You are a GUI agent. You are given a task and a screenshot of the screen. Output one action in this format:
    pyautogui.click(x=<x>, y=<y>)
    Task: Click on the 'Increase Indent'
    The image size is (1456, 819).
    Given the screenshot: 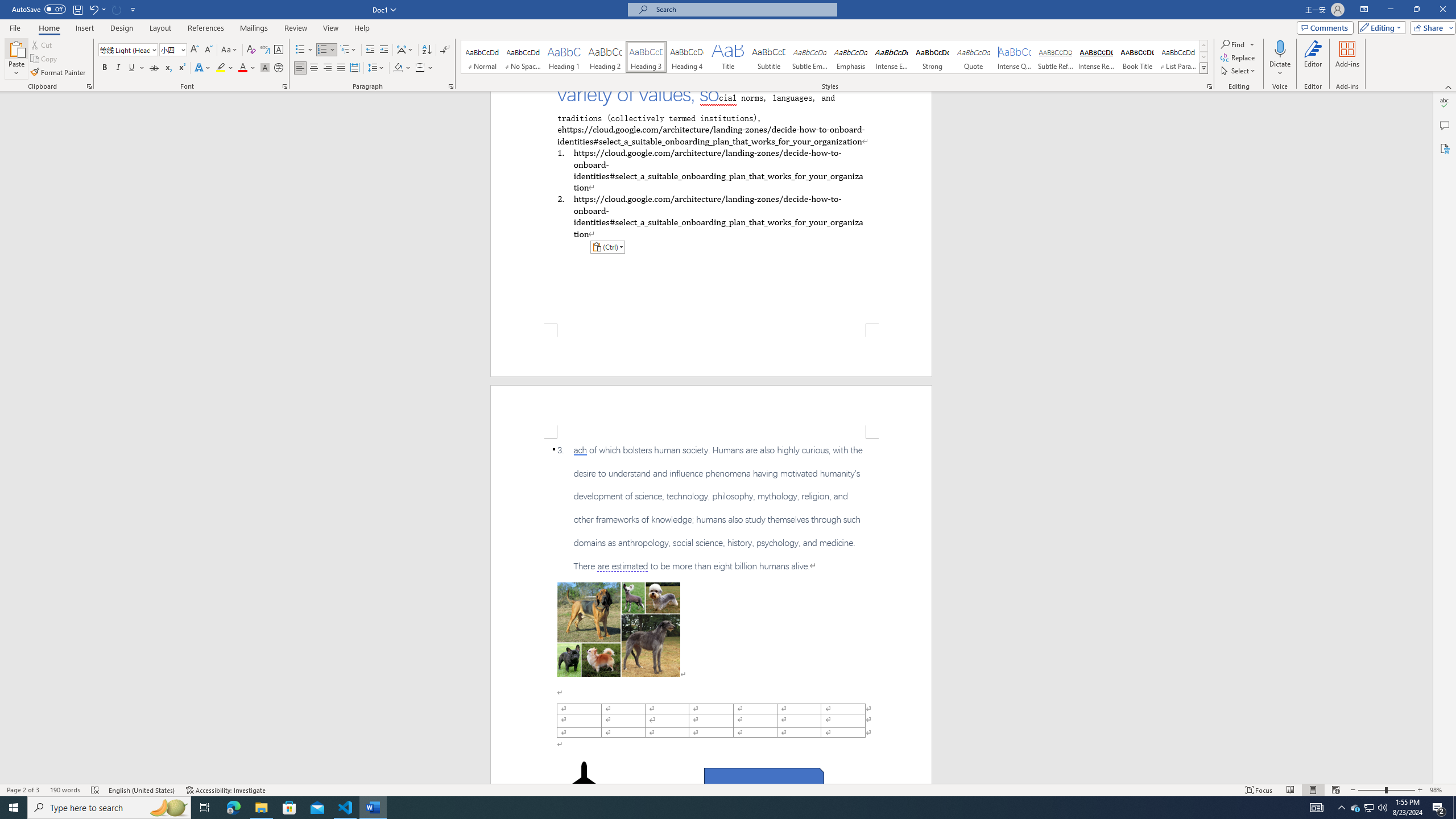 What is the action you would take?
    pyautogui.click(x=383, y=49)
    